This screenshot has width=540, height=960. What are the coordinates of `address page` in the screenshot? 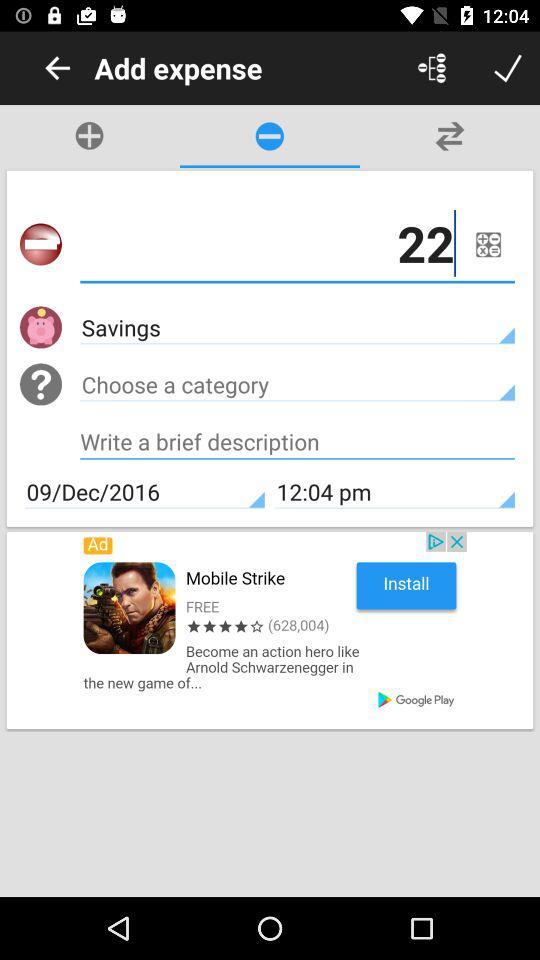 It's located at (296, 444).